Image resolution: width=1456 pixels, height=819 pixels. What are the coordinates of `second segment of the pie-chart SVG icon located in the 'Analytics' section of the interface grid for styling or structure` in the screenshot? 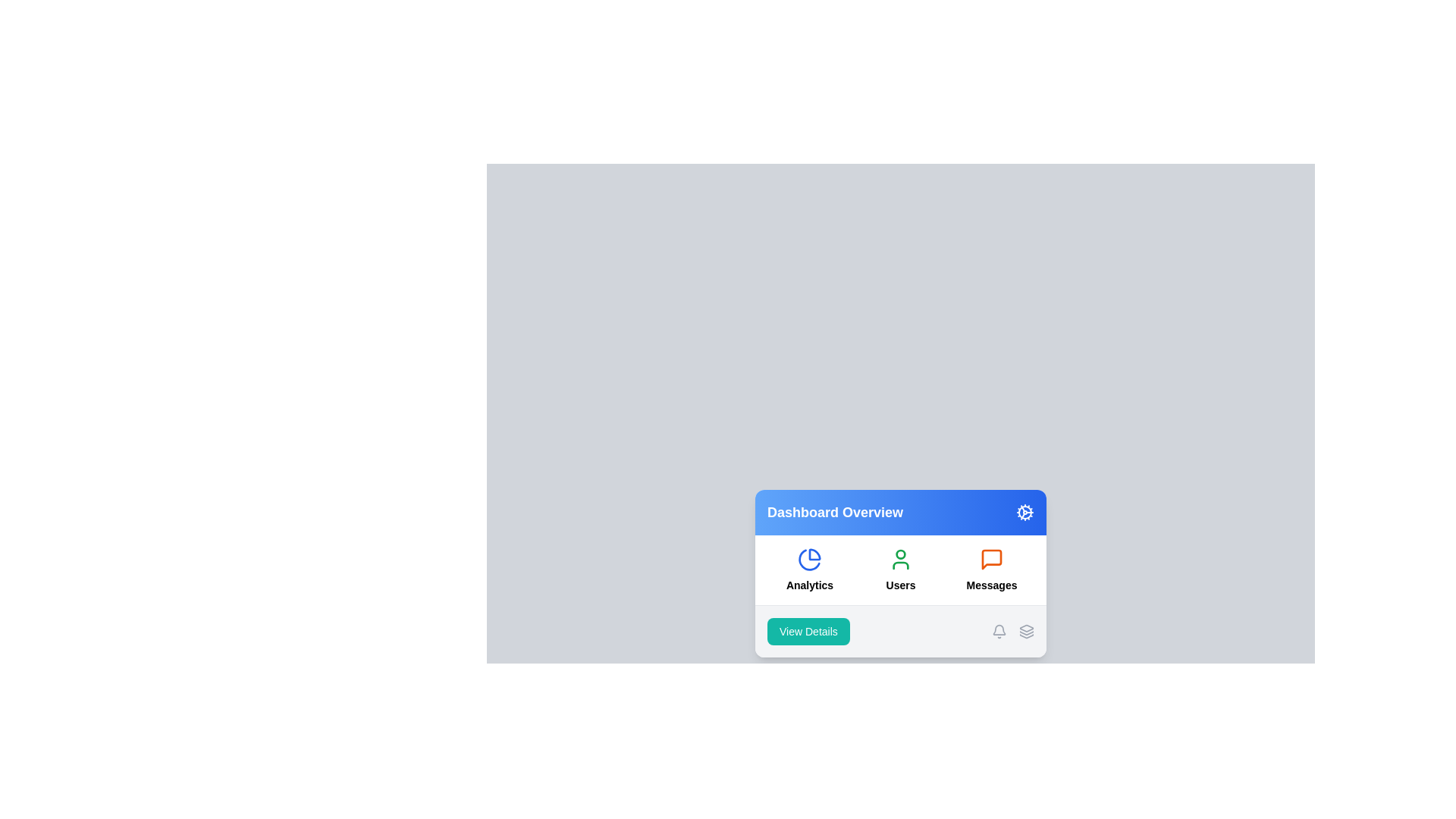 It's located at (808, 560).